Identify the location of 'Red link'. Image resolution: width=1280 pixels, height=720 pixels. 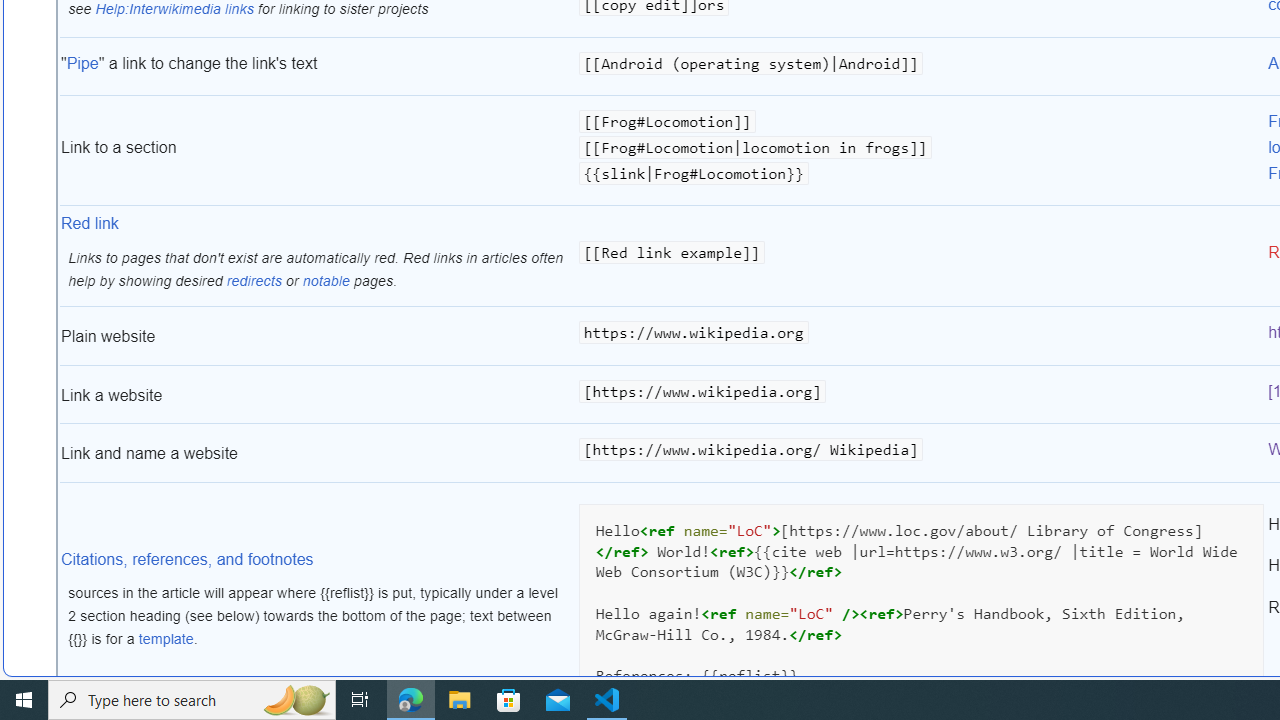
(89, 224).